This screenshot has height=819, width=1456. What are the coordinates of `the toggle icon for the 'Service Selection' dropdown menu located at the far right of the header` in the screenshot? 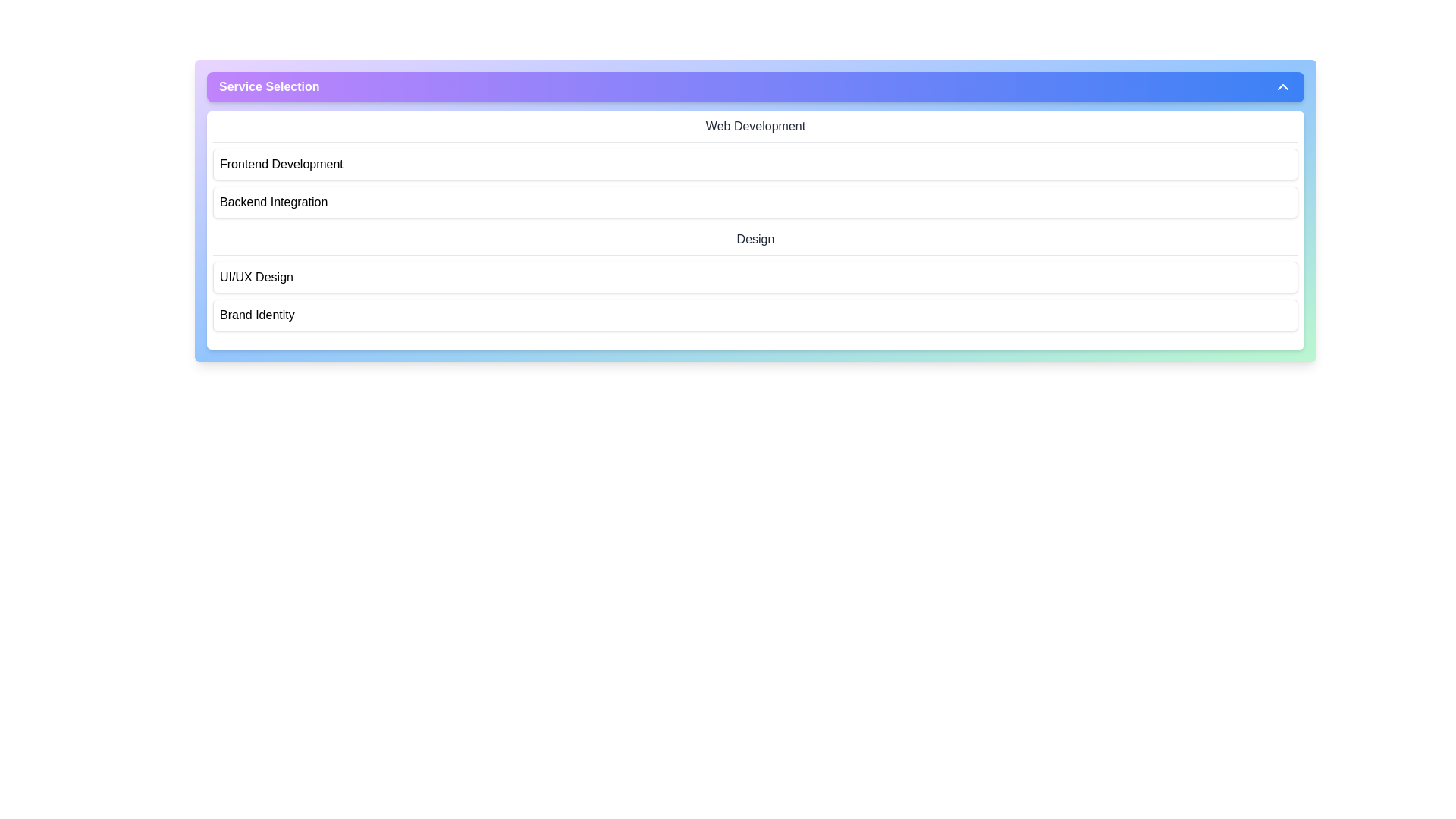 It's located at (1282, 87).